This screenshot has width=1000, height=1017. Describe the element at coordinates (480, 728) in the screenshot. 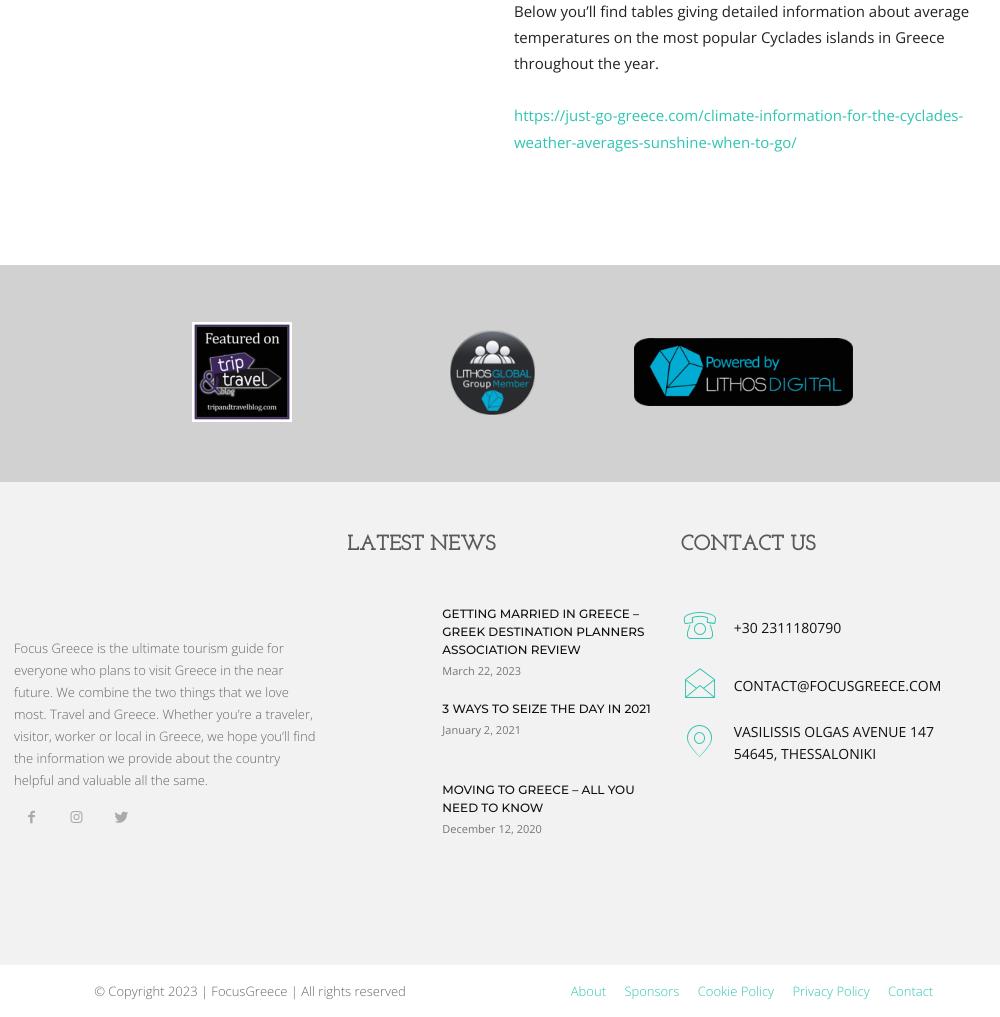

I see `'January 2, 2021'` at that location.